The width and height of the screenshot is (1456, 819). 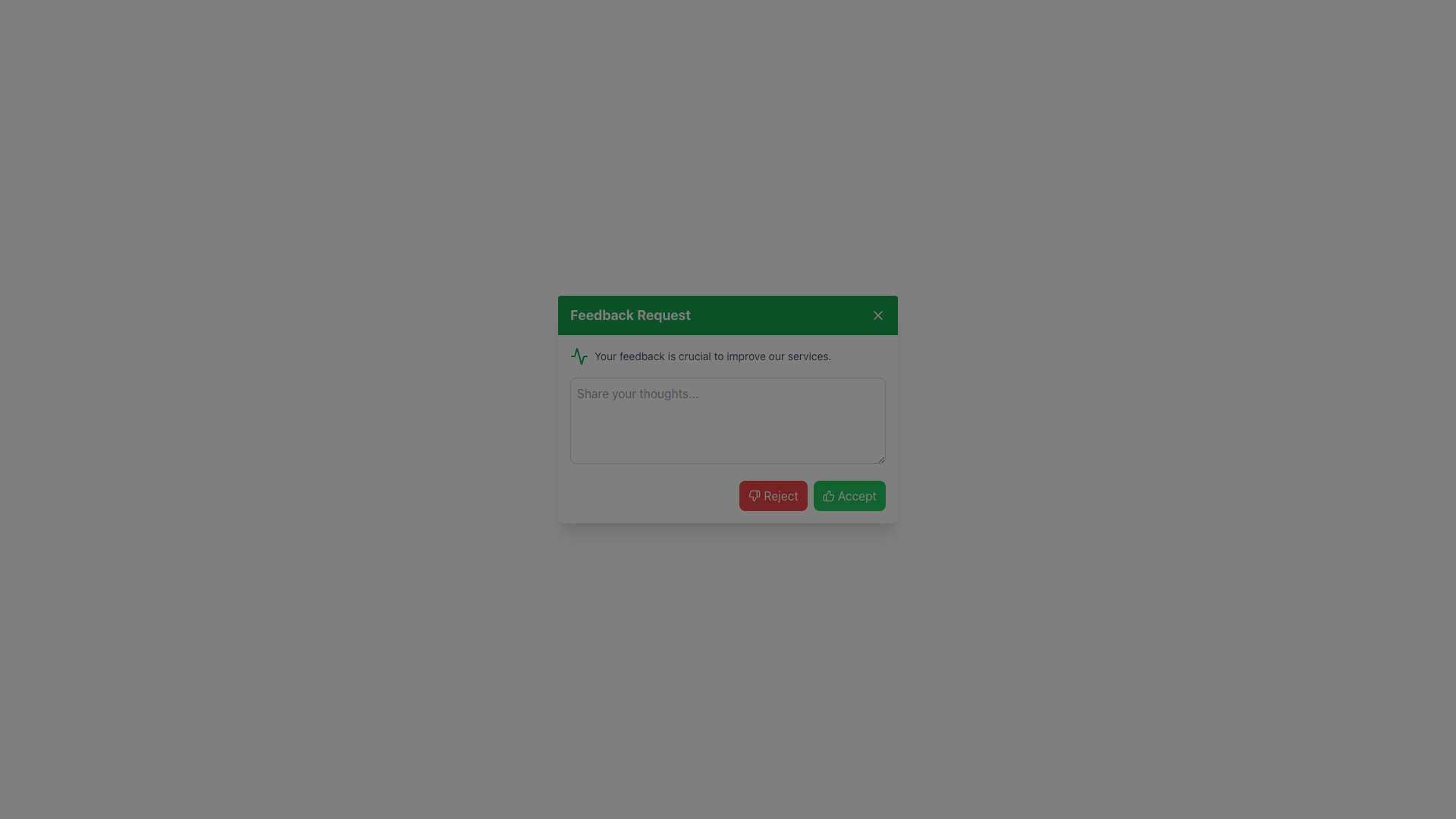 I want to click on the 'Reject' button located in the bottom left corner of the modal dialog, which contains the 'thumbs-down' icon, so click(x=755, y=496).